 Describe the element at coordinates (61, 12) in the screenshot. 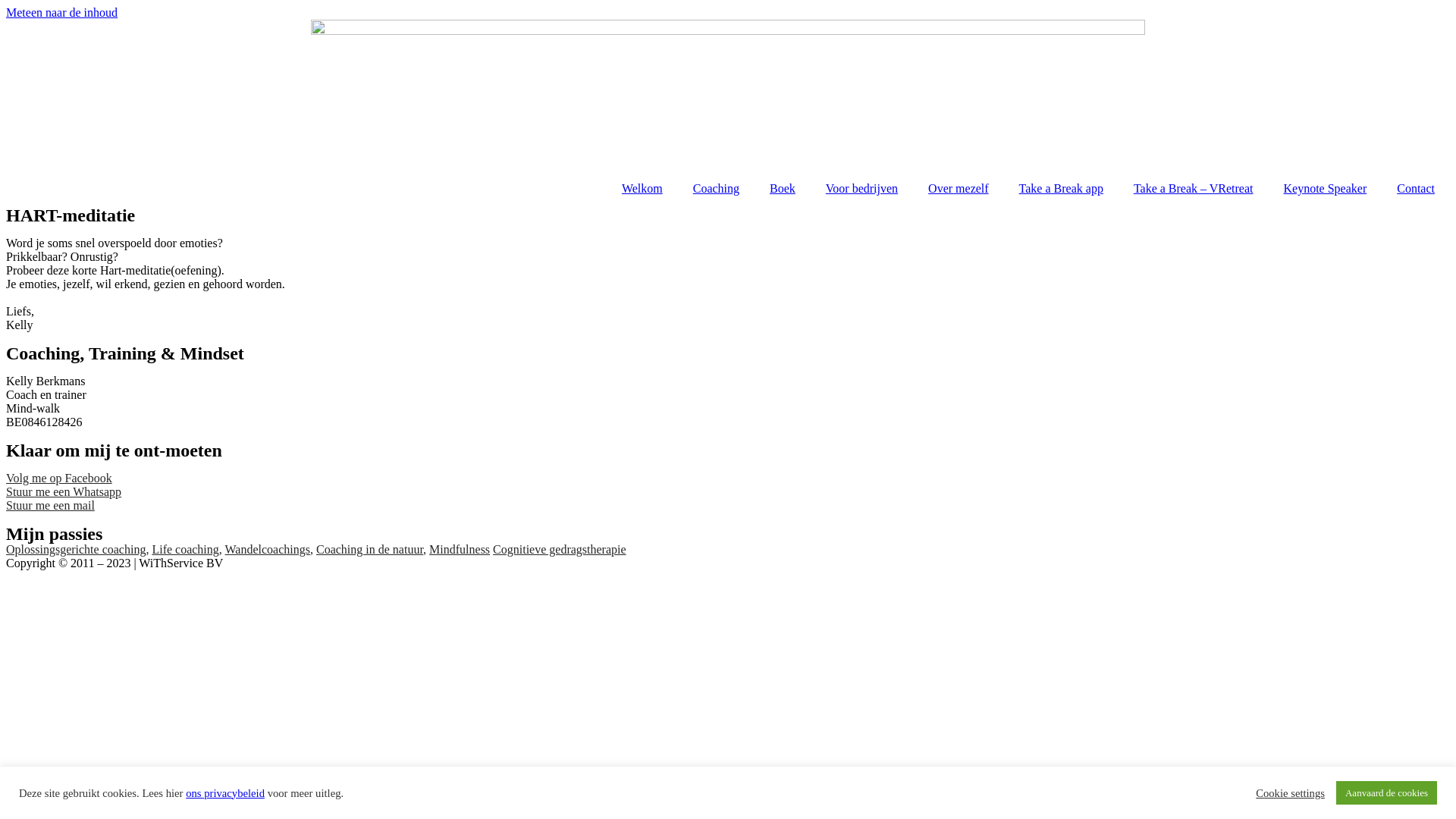

I see `'Meteen naar de inhoud'` at that location.